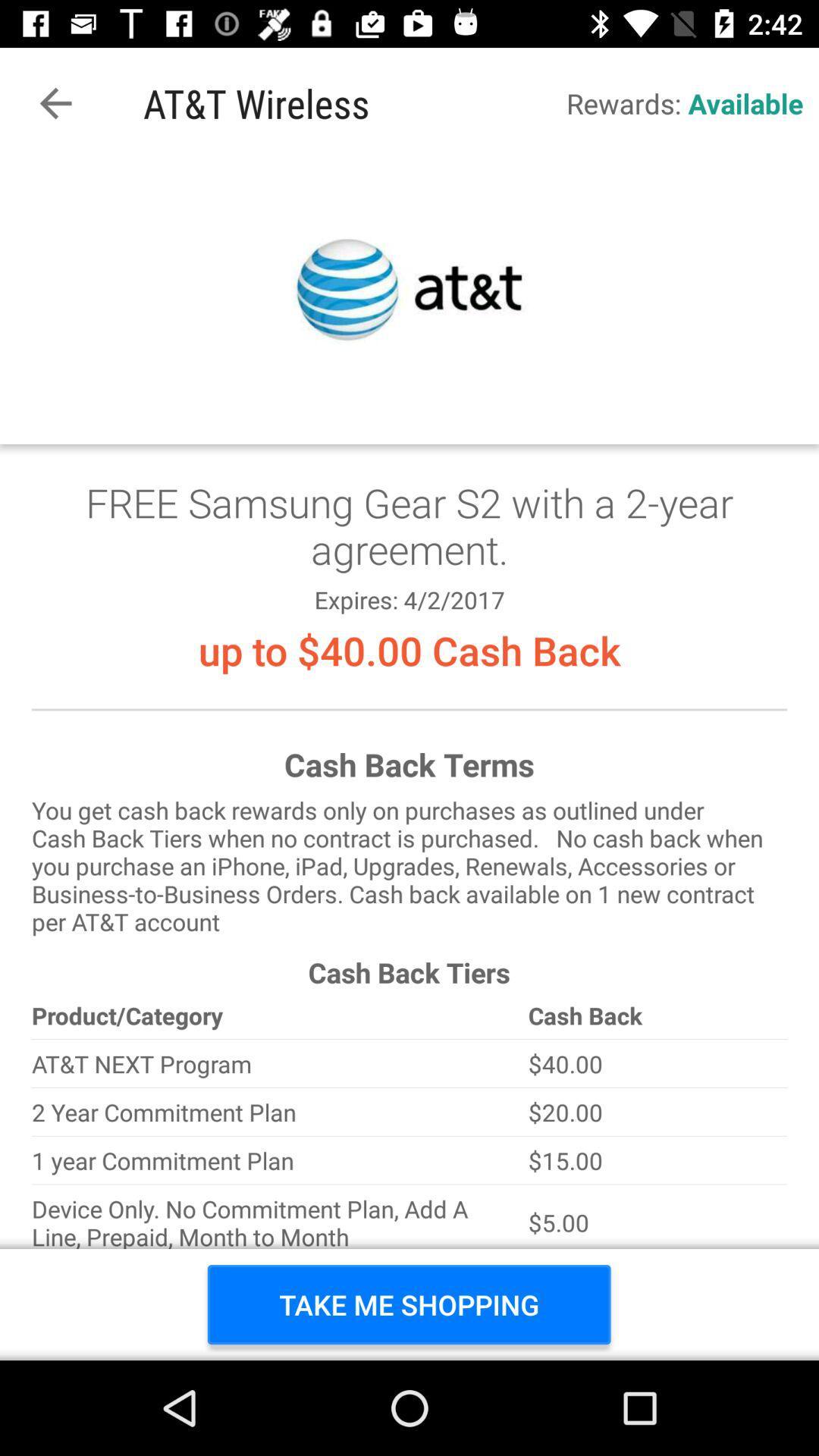 This screenshot has height=1456, width=819. What do you see at coordinates (55, 102) in the screenshot?
I see `app to the left of at&t wireless` at bounding box center [55, 102].